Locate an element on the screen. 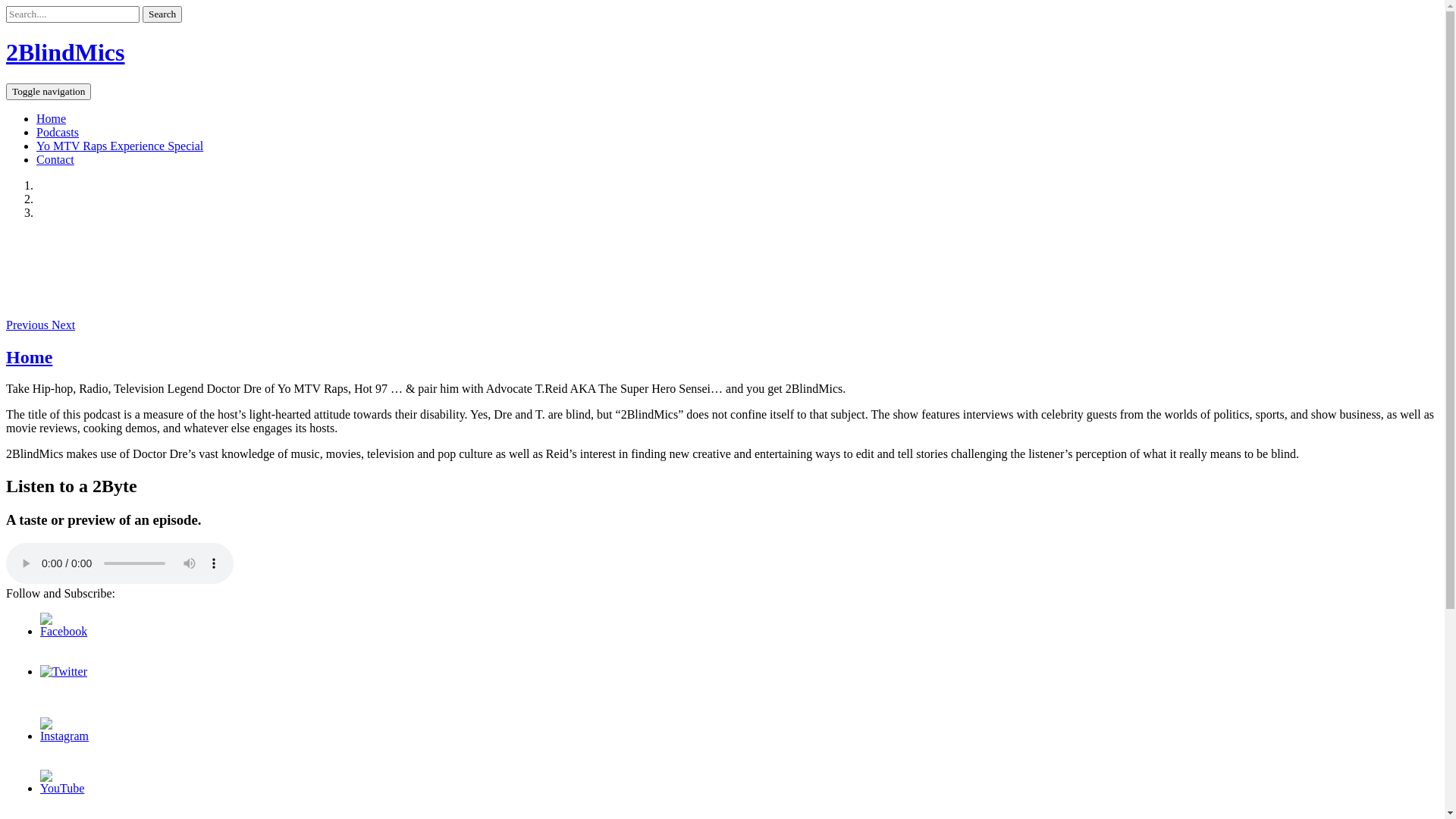 The width and height of the screenshot is (1456, 819). '2BlindMics' is located at coordinates (64, 52).